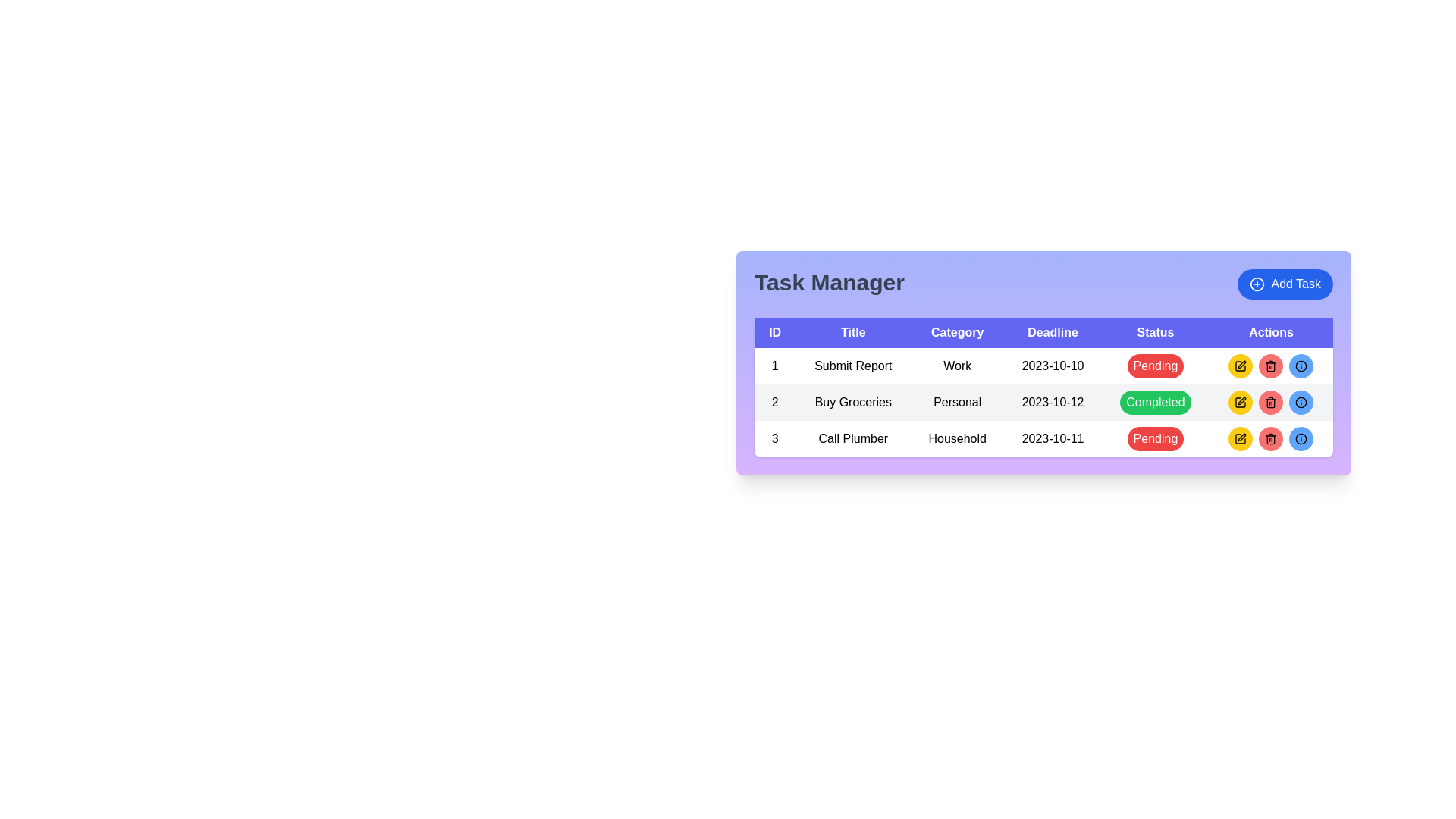  What do you see at coordinates (1242, 365) in the screenshot?
I see `the edit icon represented as a vector graphic in the 'Actions' column of the task table for the 'Call Plumber' task, programmatically for accessibility purposes` at bounding box center [1242, 365].